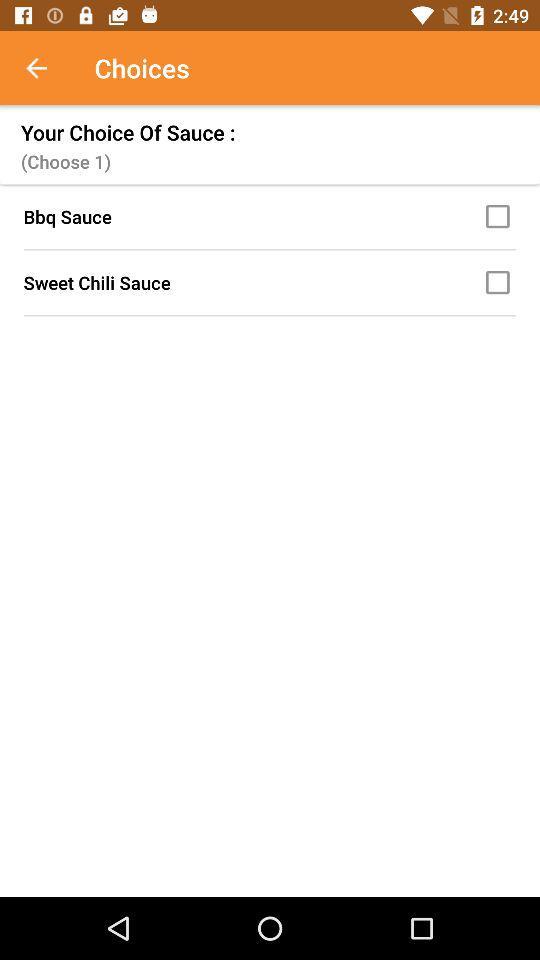  Describe the element at coordinates (500, 216) in the screenshot. I see `bbq sauce` at that location.